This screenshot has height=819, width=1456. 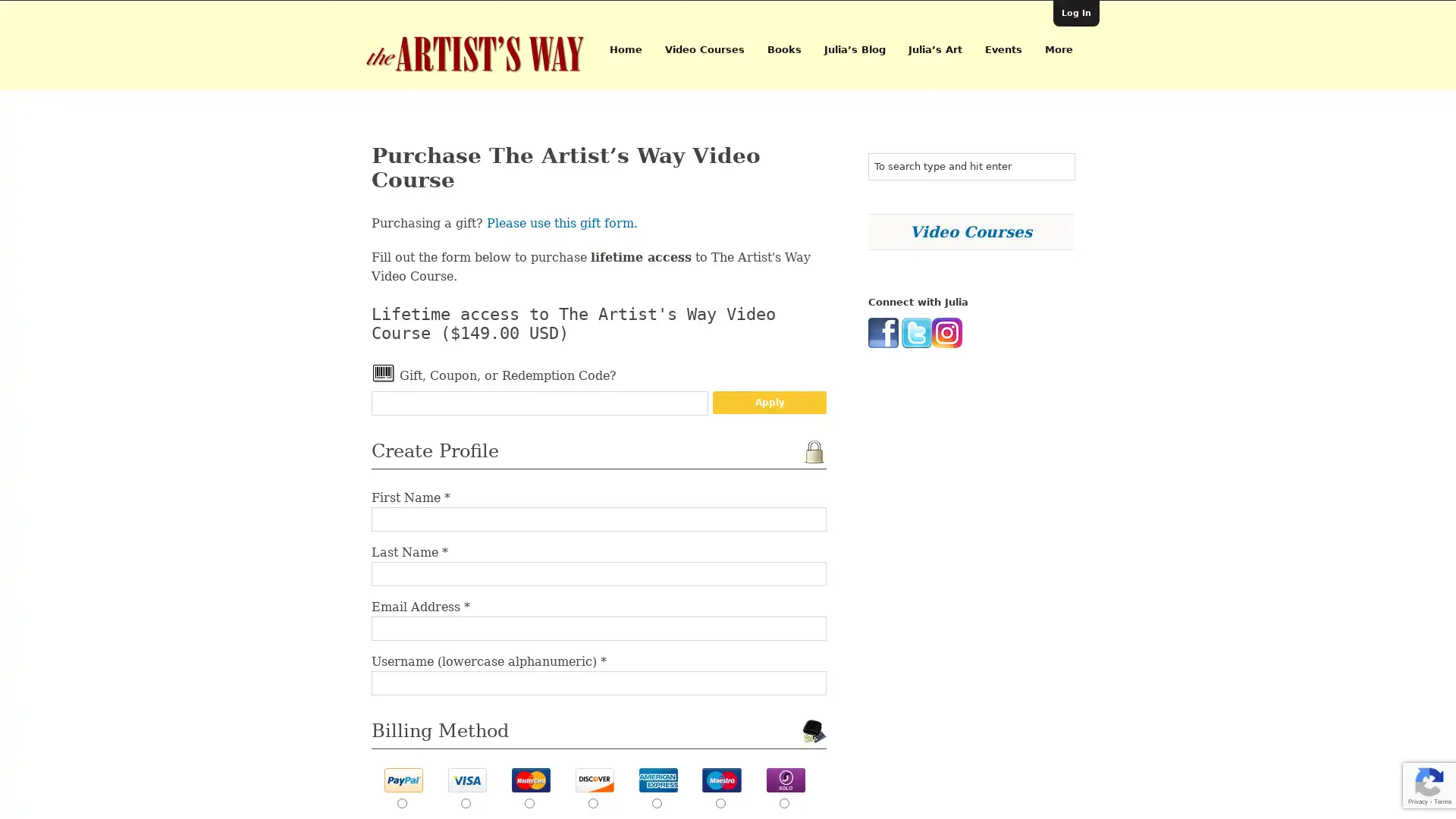 I want to click on Apply, so click(x=769, y=402).